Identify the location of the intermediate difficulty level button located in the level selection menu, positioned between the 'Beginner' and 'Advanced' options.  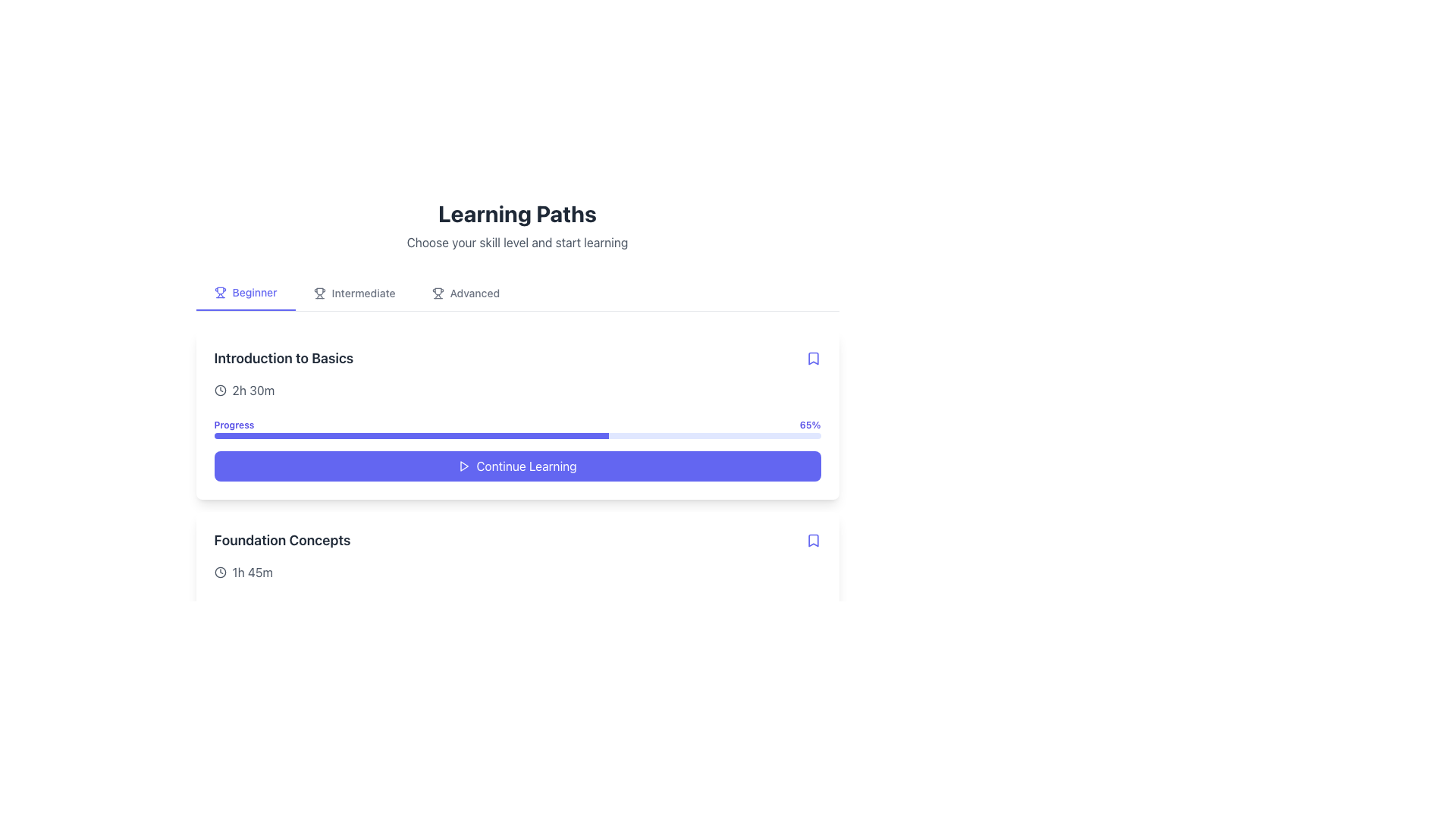
(353, 293).